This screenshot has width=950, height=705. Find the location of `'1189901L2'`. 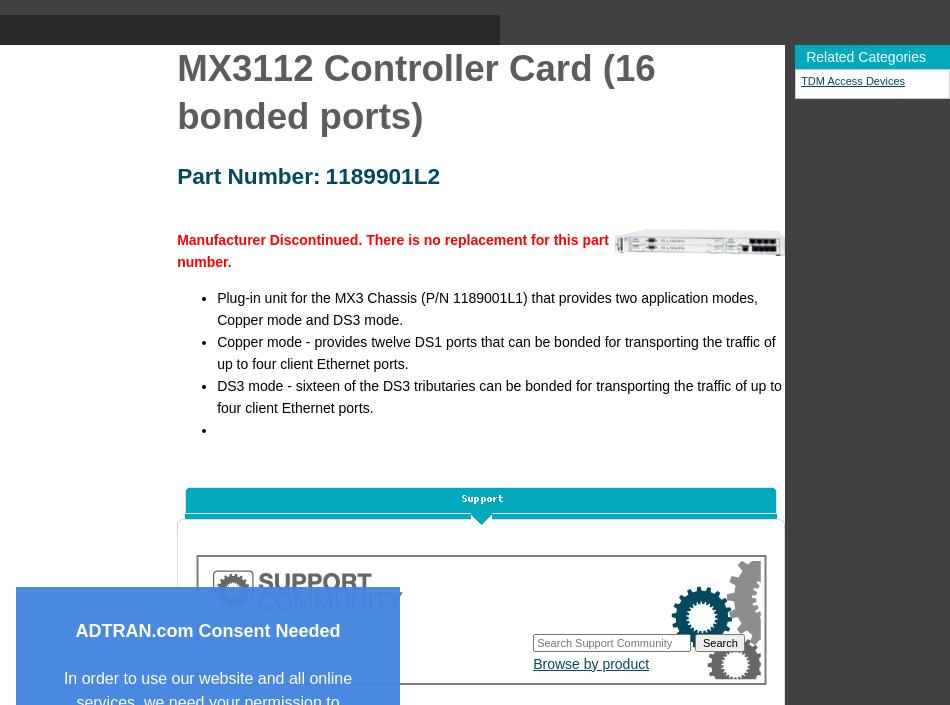

'1189901L2' is located at coordinates (381, 174).